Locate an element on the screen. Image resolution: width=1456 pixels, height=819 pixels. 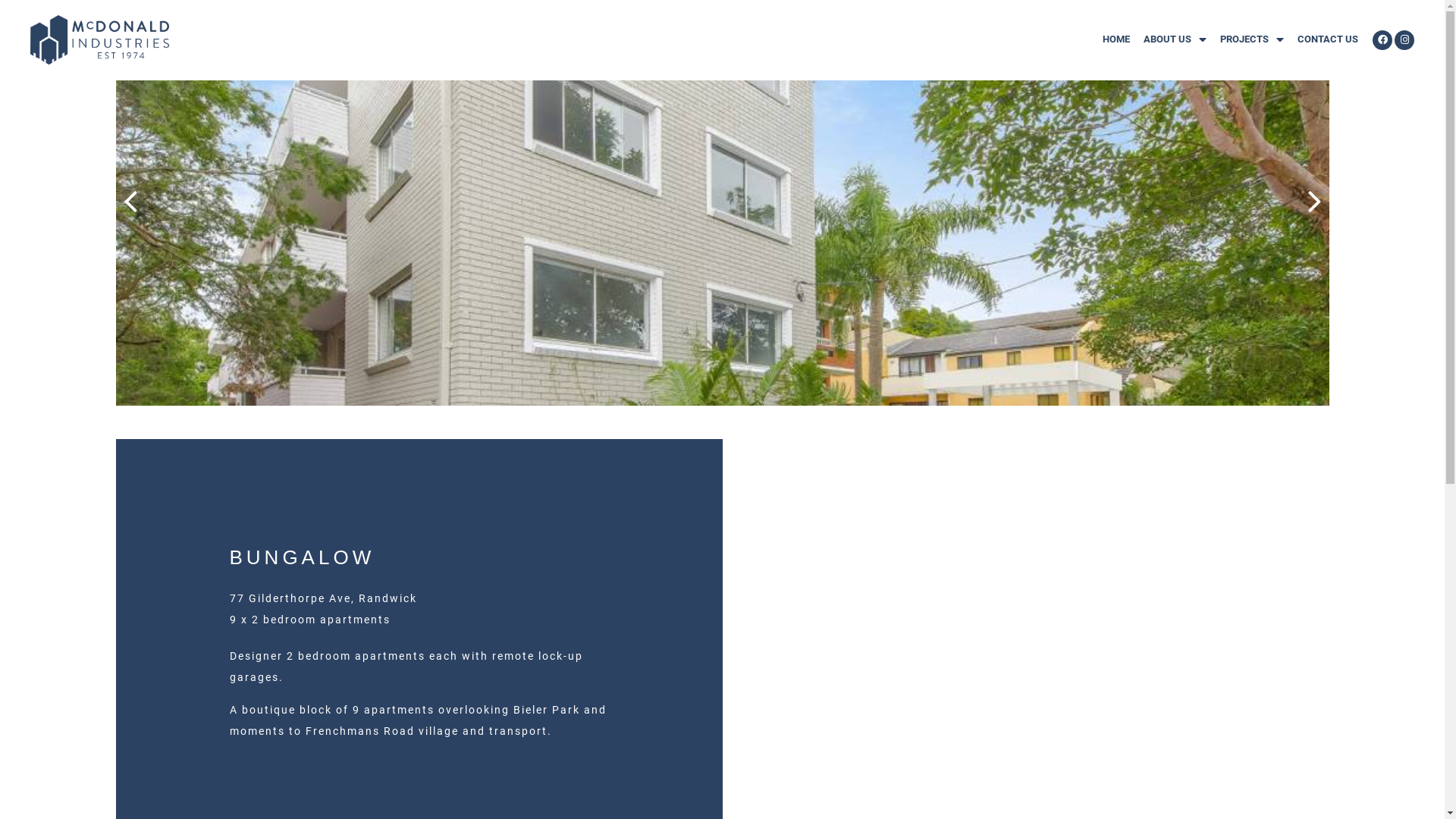
'HOME' is located at coordinates (1116, 39).